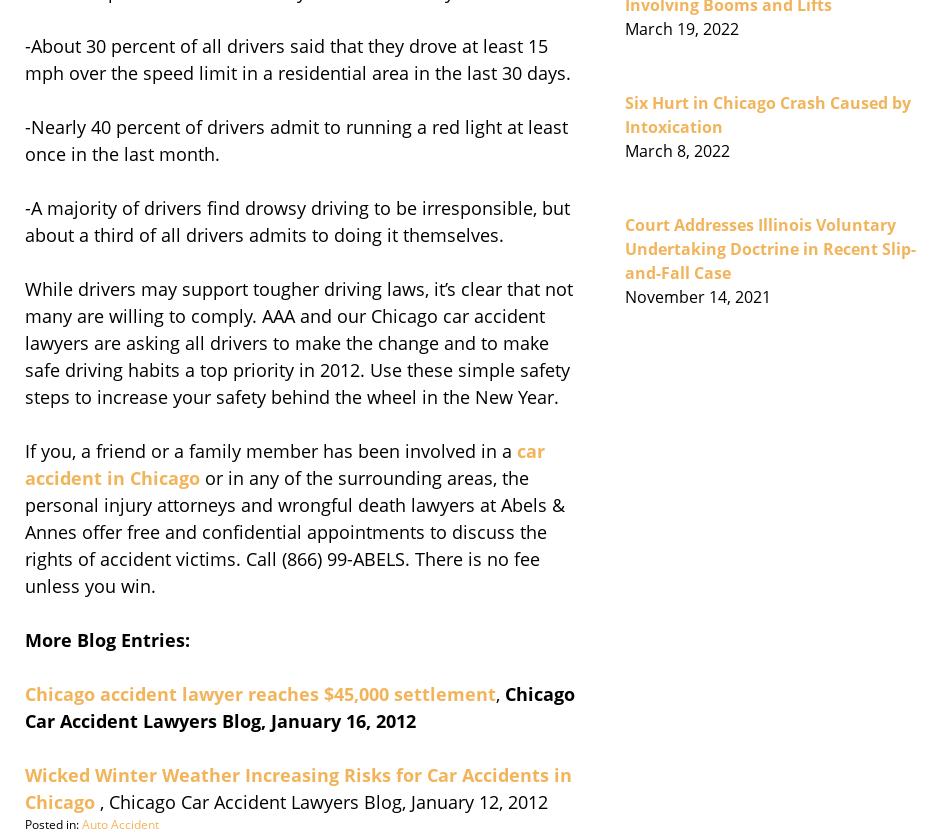 Image resolution: width=950 pixels, height=837 pixels. I want to click on 'Chicago Car Accident Lawyers Blog, January 16, 2012', so click(299, 705).